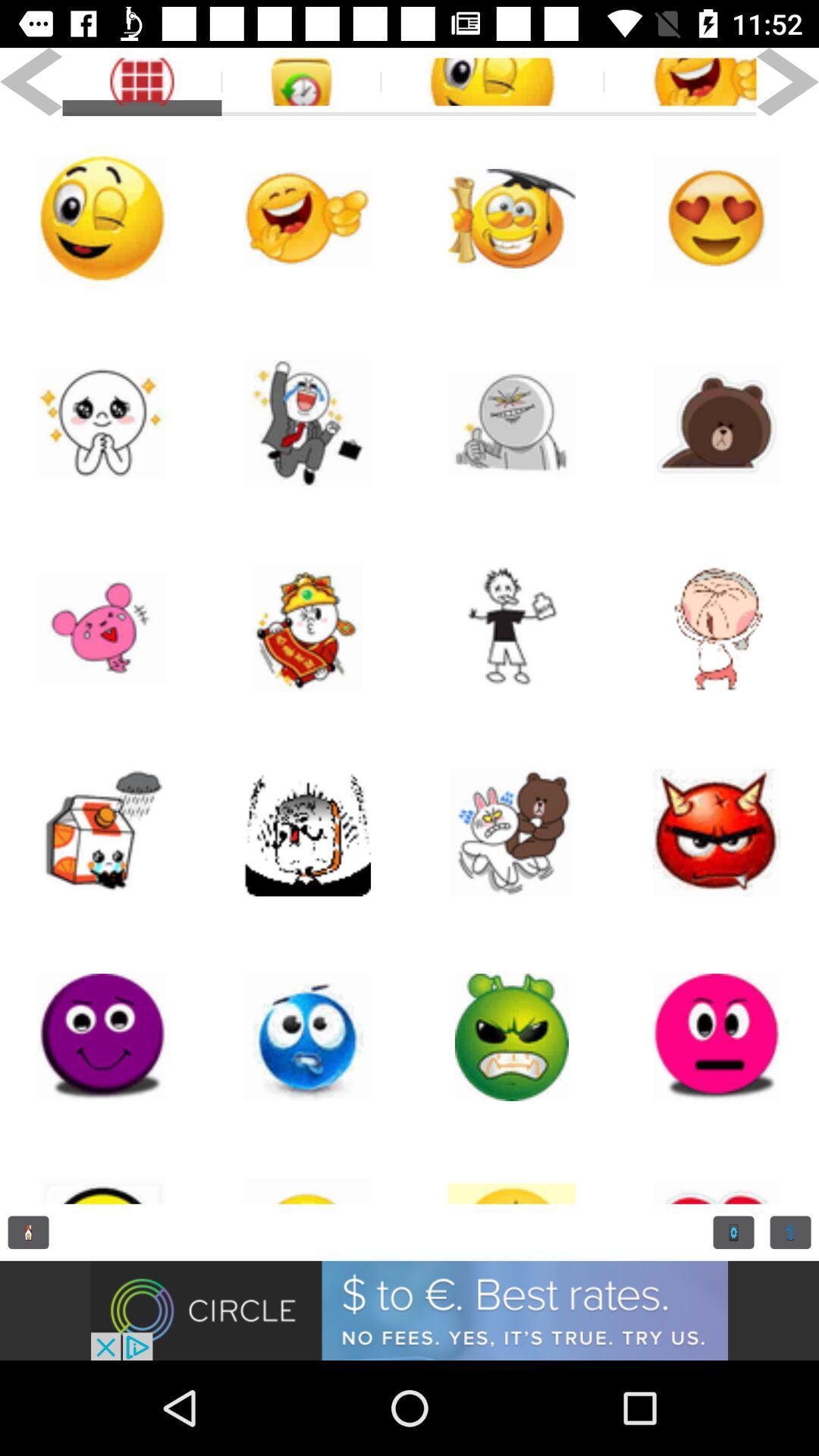 The height and width of the screenshot is (1456, 819). What do you see at coordinates (307, 1037) in the screenshot?
I see `emoji select` at bounding box center [307, 1037].